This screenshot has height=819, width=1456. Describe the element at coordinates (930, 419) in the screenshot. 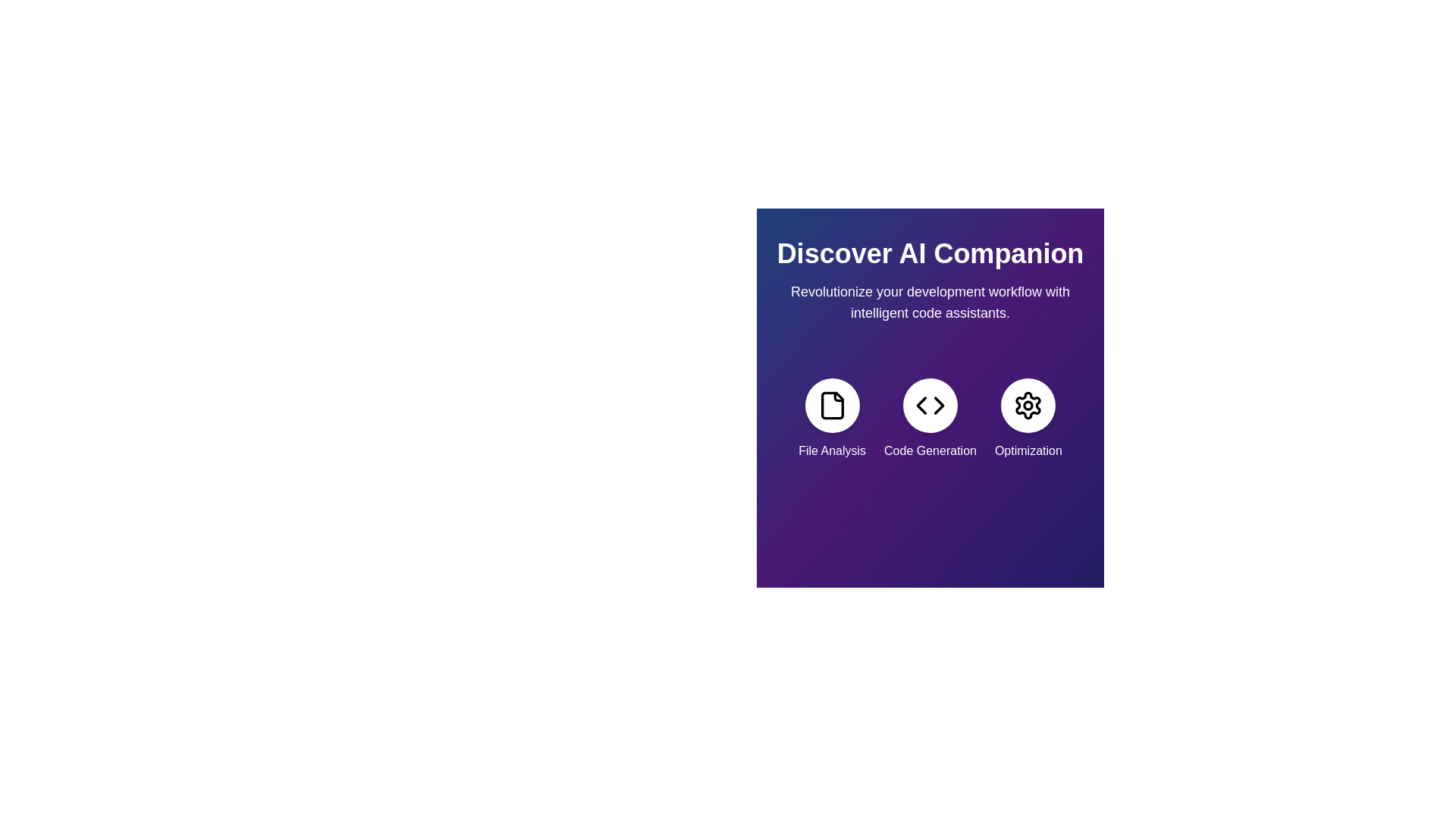

I see `the interactive button labeled 'Code Generation', which features an icon of angle brackets on a circular background` at that location.